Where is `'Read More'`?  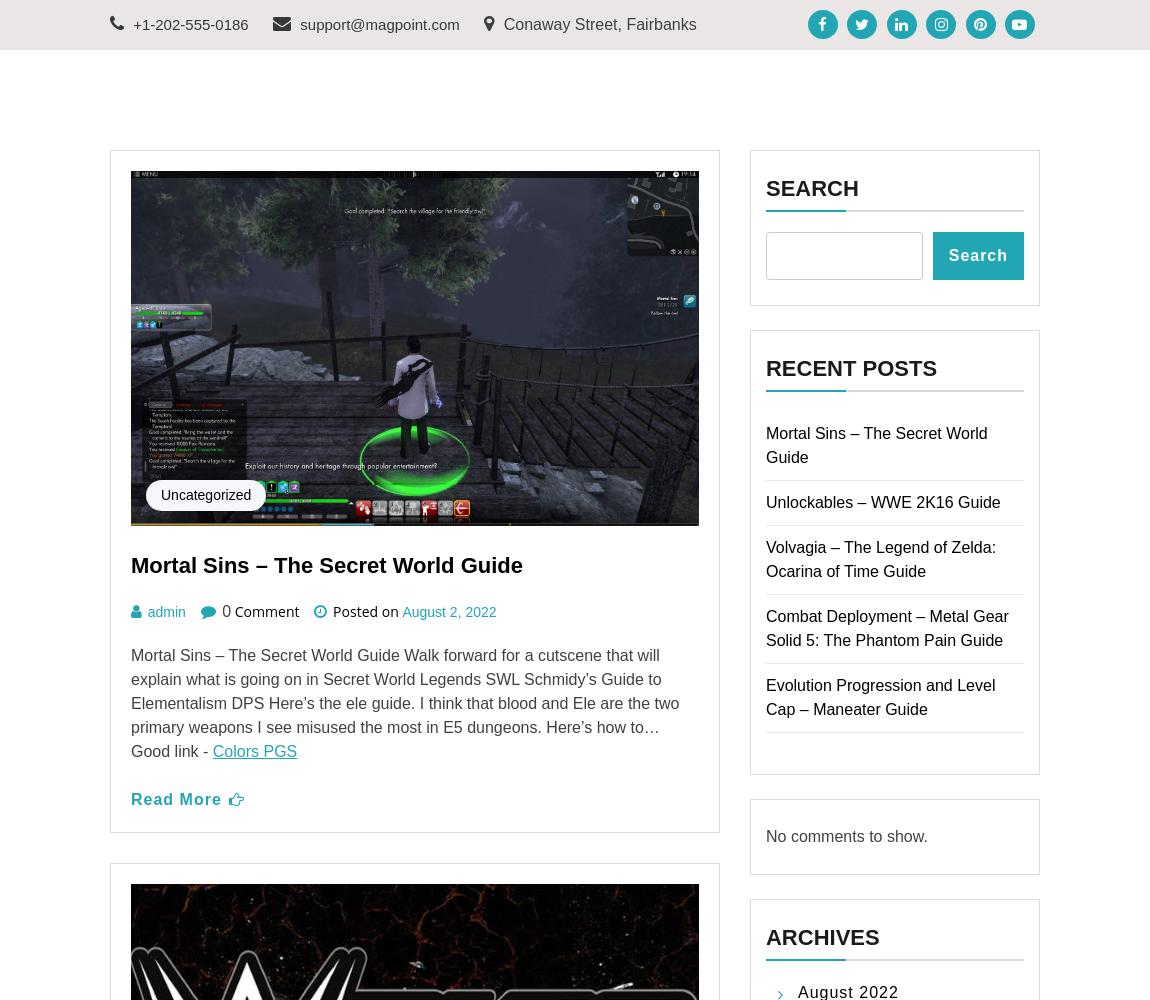 'Read More' is located at coordinates (174, 358).